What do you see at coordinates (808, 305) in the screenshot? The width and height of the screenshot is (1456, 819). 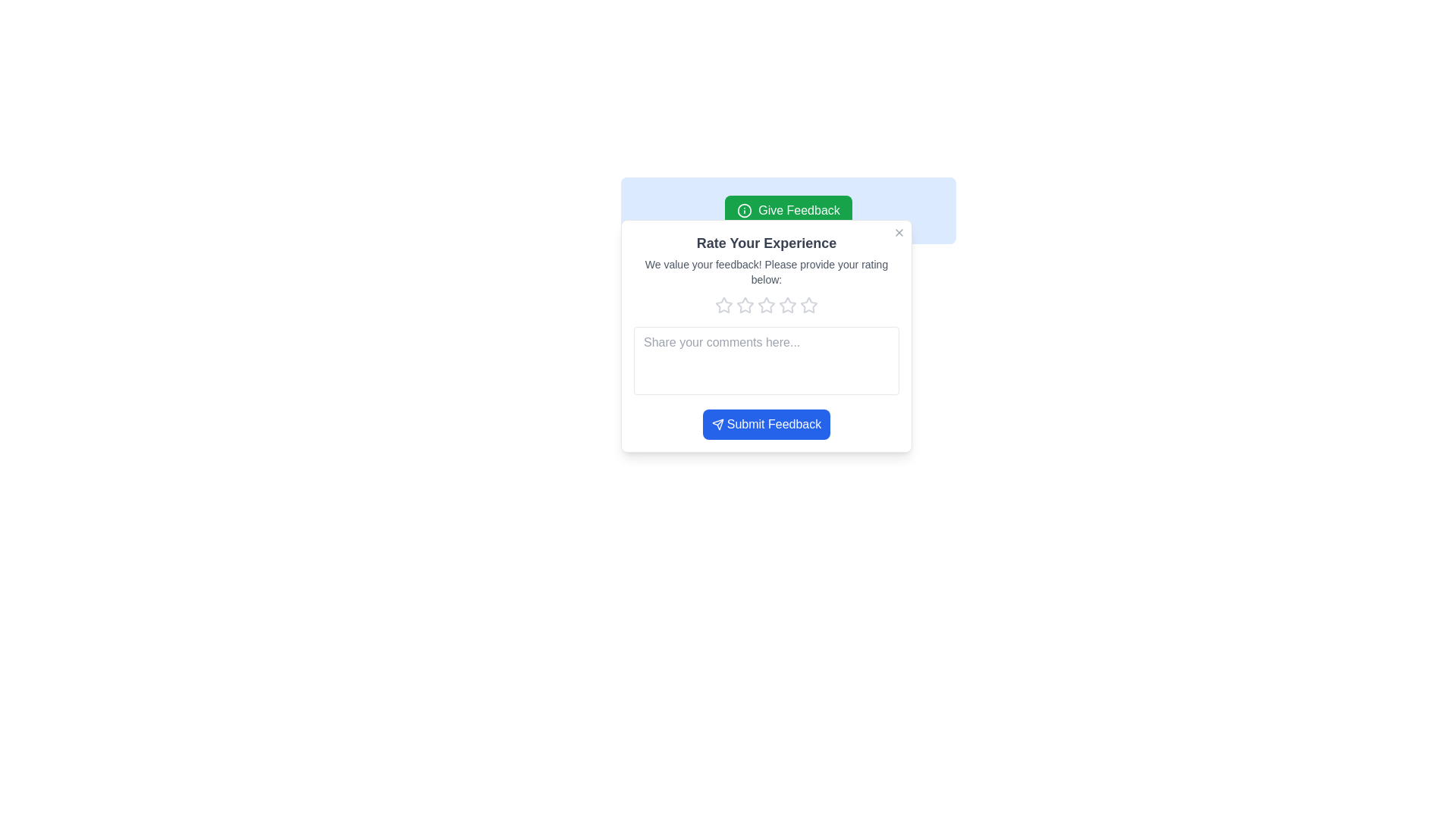 I see `the fifth star icon, which is light gray and part of a row of five stars in the 'Rate Your Experience' feedback modal` at bounding box center [808, 305].